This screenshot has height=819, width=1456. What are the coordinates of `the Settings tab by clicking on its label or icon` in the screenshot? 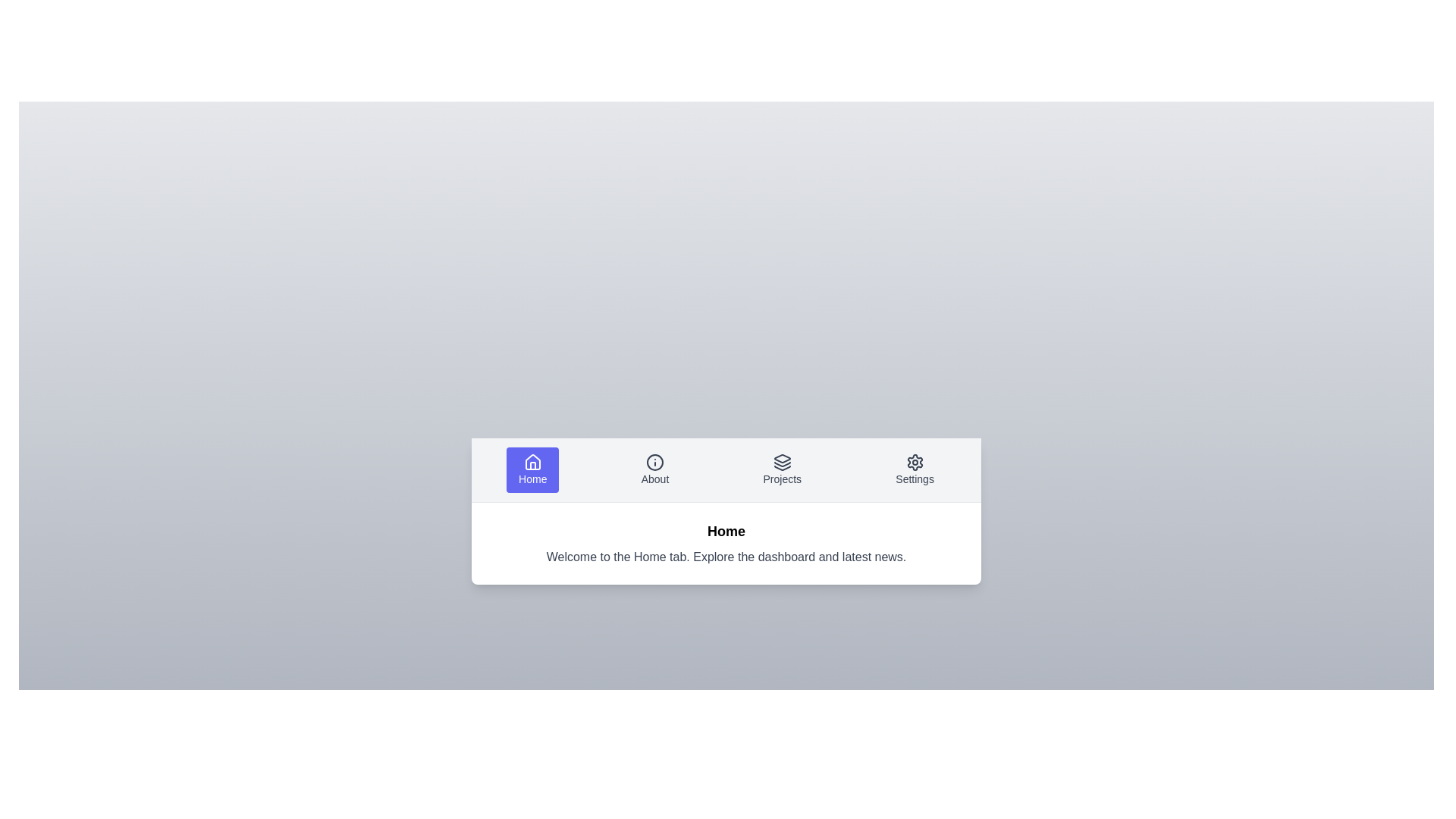 It's located at (914, 469).